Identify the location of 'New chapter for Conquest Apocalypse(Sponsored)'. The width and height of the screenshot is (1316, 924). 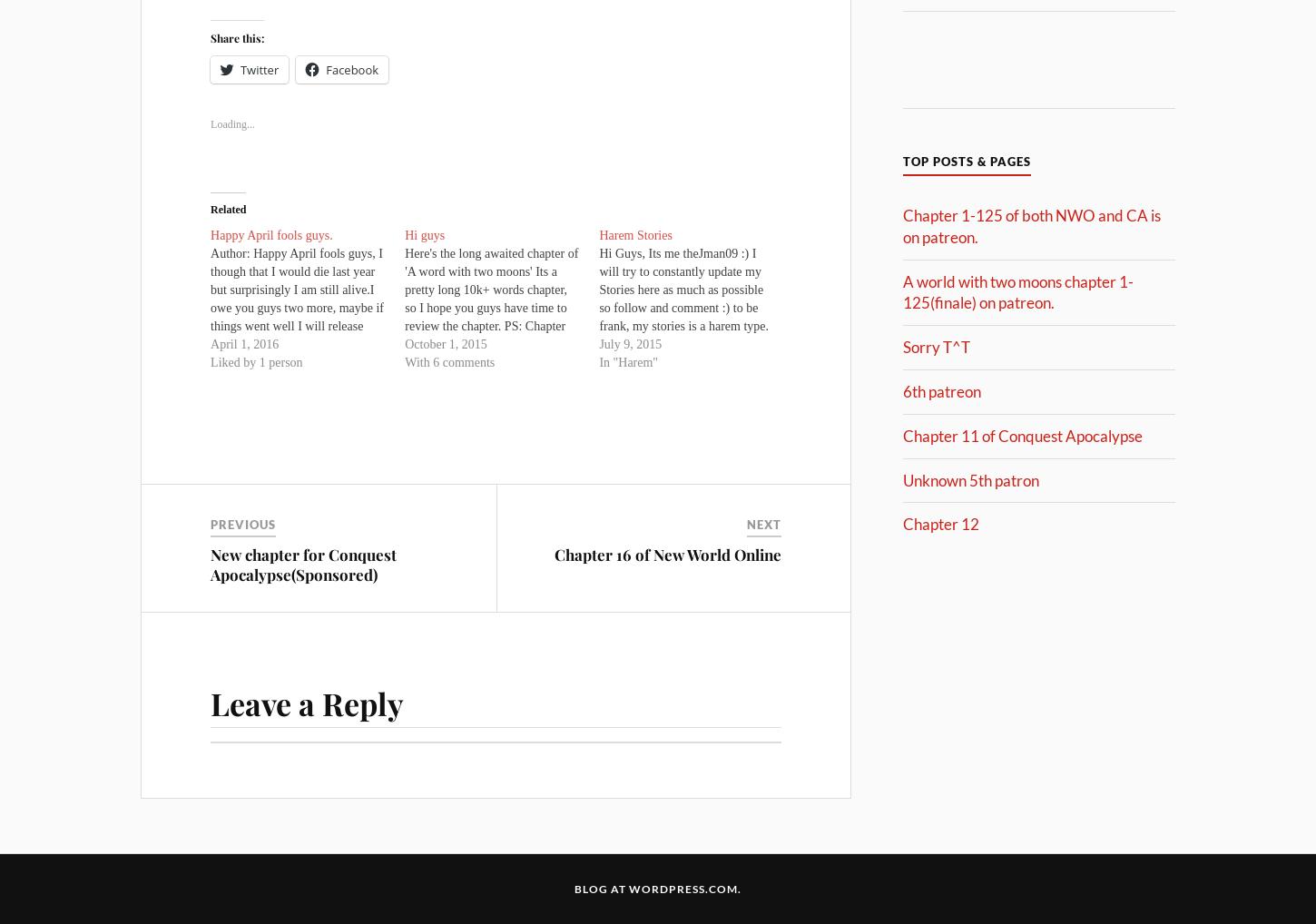
(303, 559).